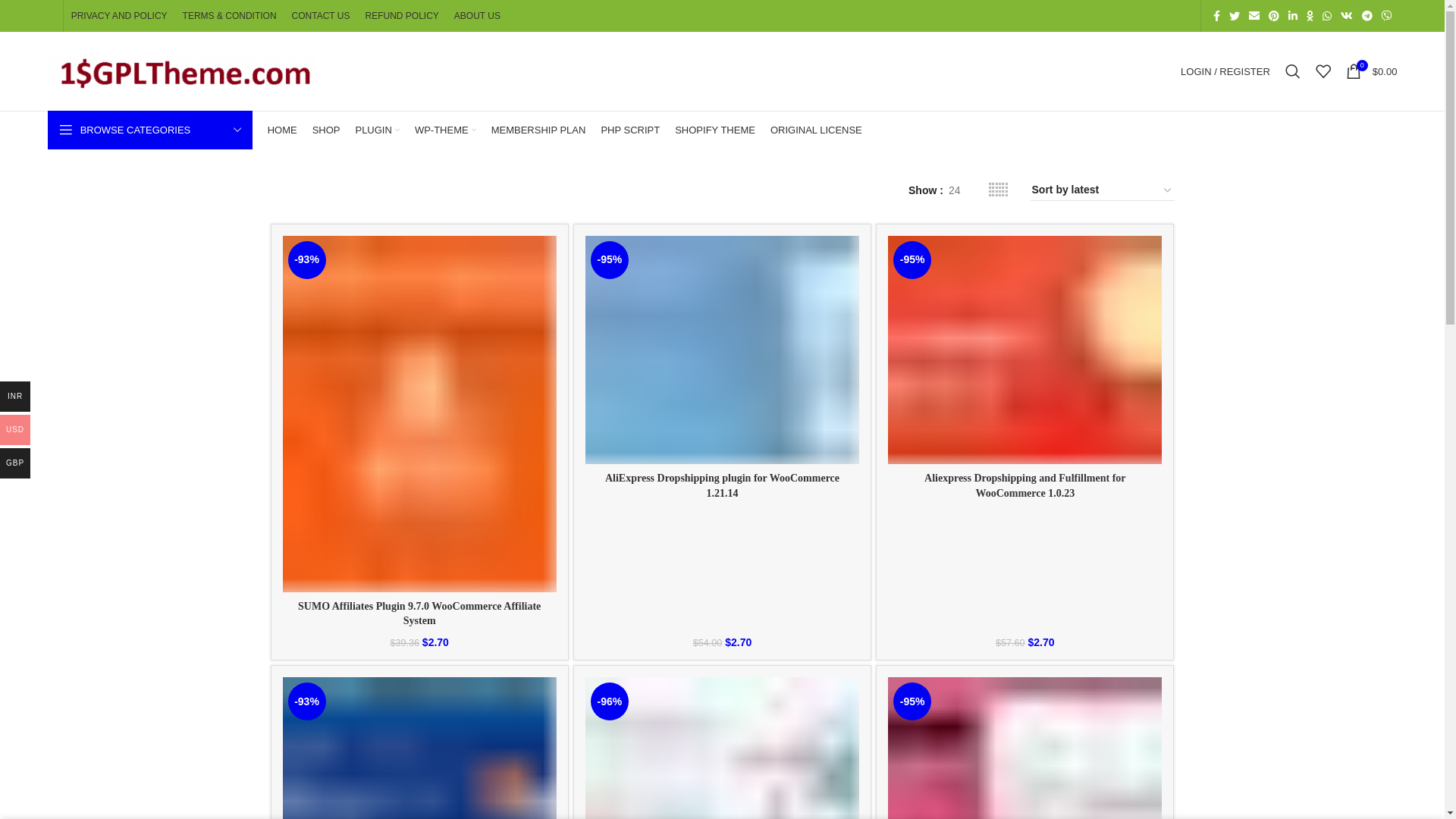  Describe the element at coordinates (476, 15) in the screenshot. I see `'ABOUT US'` at that location.